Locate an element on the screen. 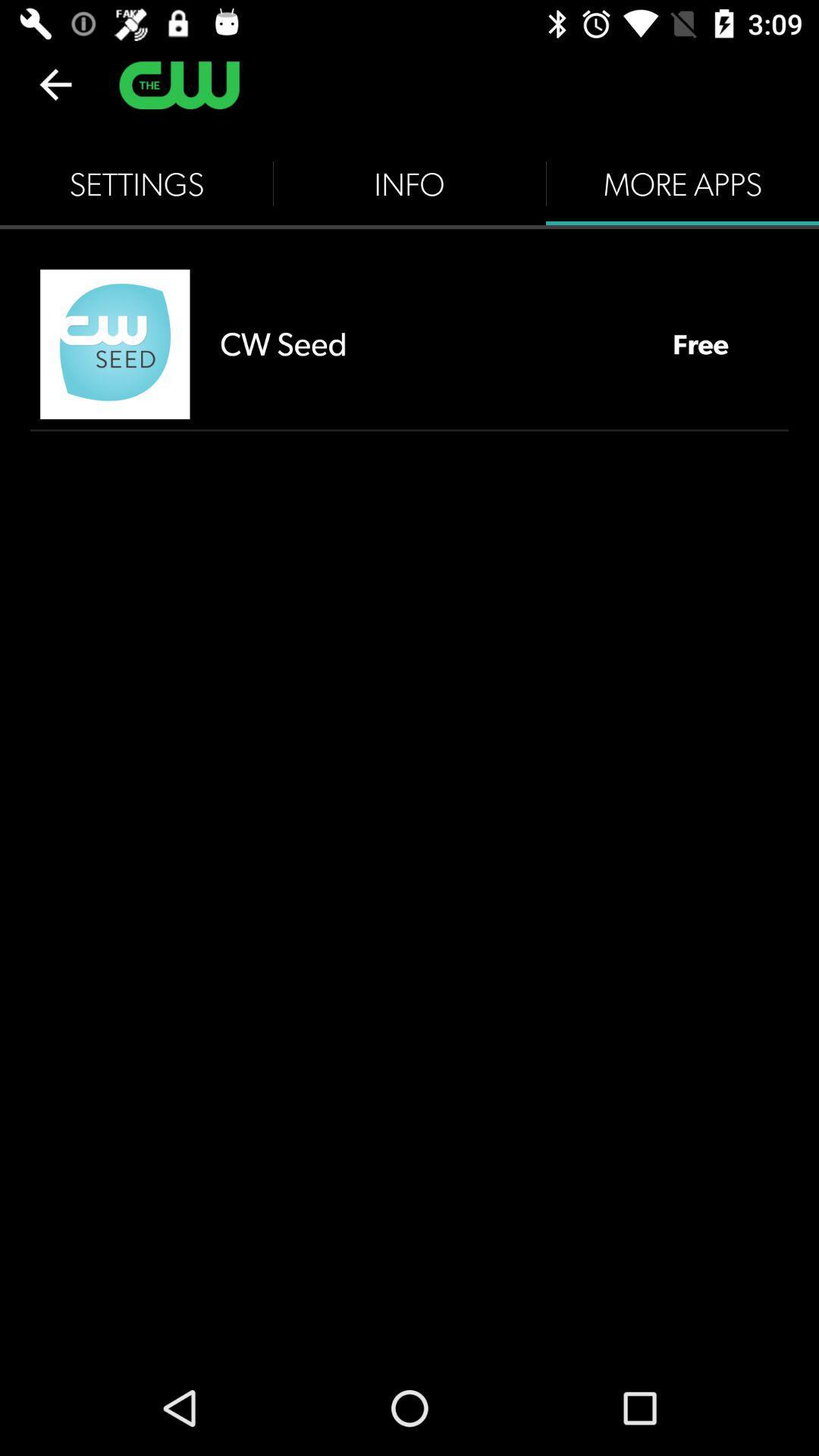 The width and height of the screenshot is (819, 1456). the icon to the right of the settings icon is located at coordinates (409, 184).